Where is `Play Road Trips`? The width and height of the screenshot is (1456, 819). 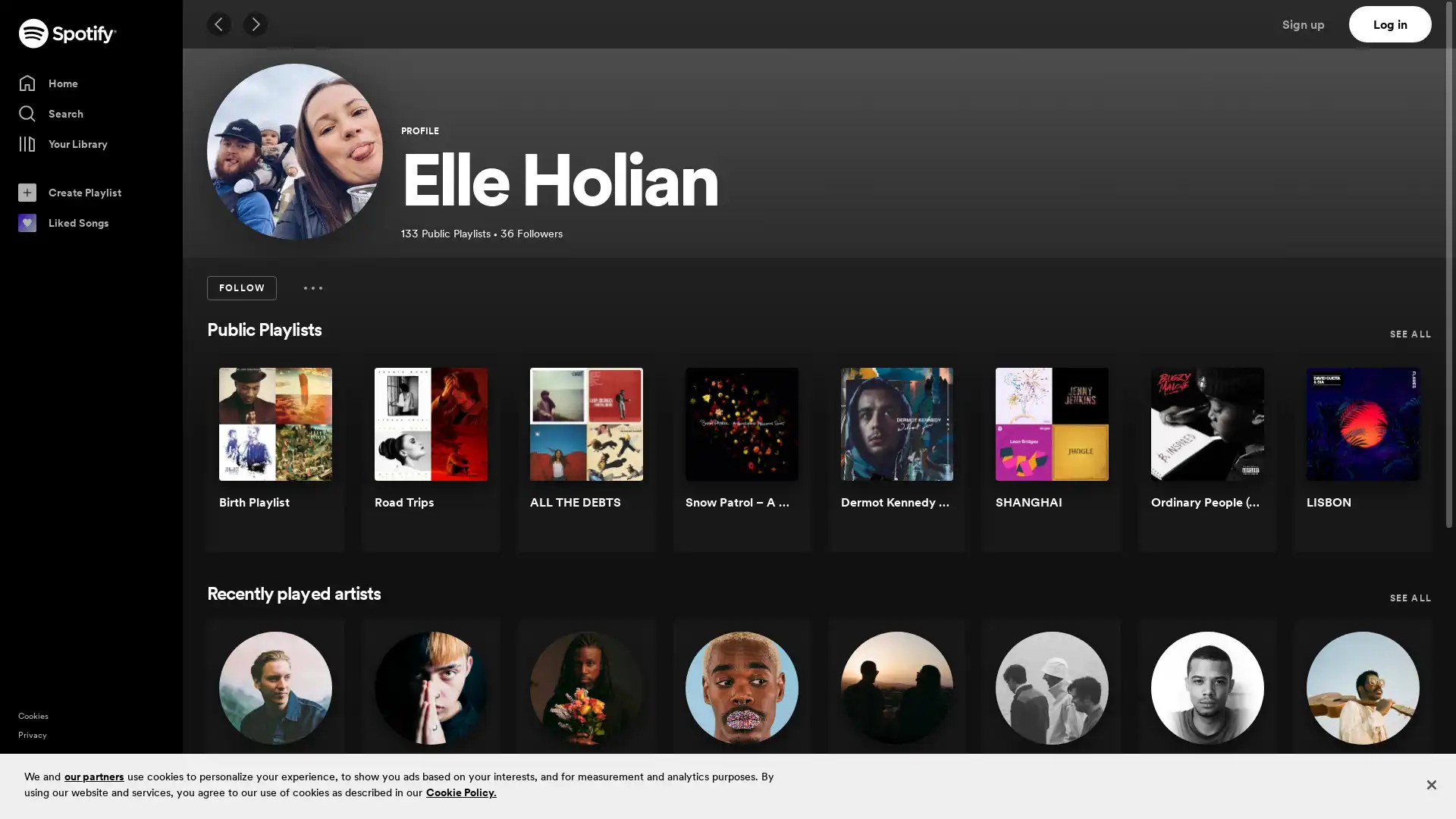
Play Road Trips is located at coordinates (461, 461).